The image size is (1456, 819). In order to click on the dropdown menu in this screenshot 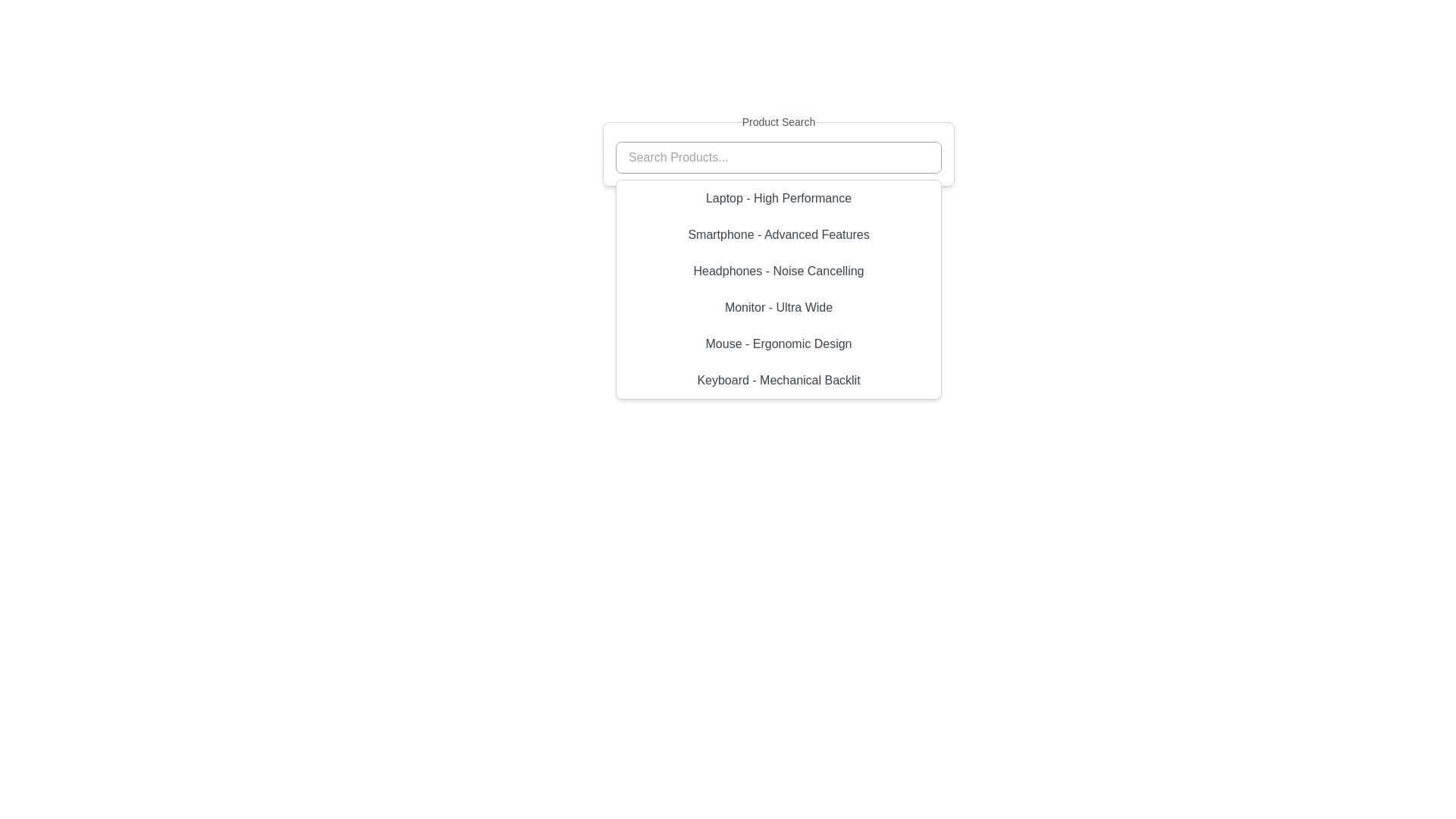, I will do `click(779, 289)`.